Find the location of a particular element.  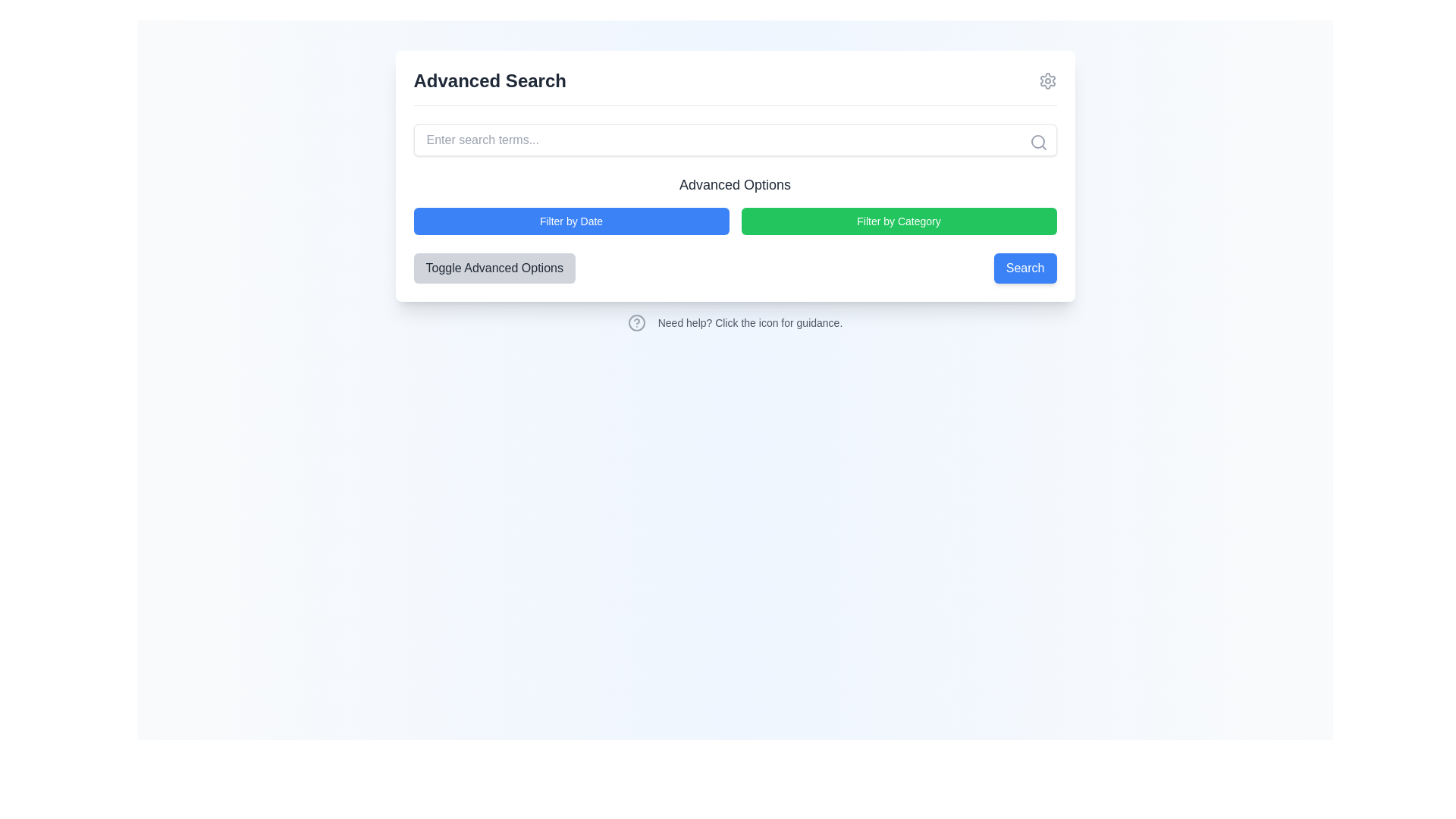

the button labeled 'Filter by Category' with a green background for keyboard navigation is located at coordinates (899, 221).